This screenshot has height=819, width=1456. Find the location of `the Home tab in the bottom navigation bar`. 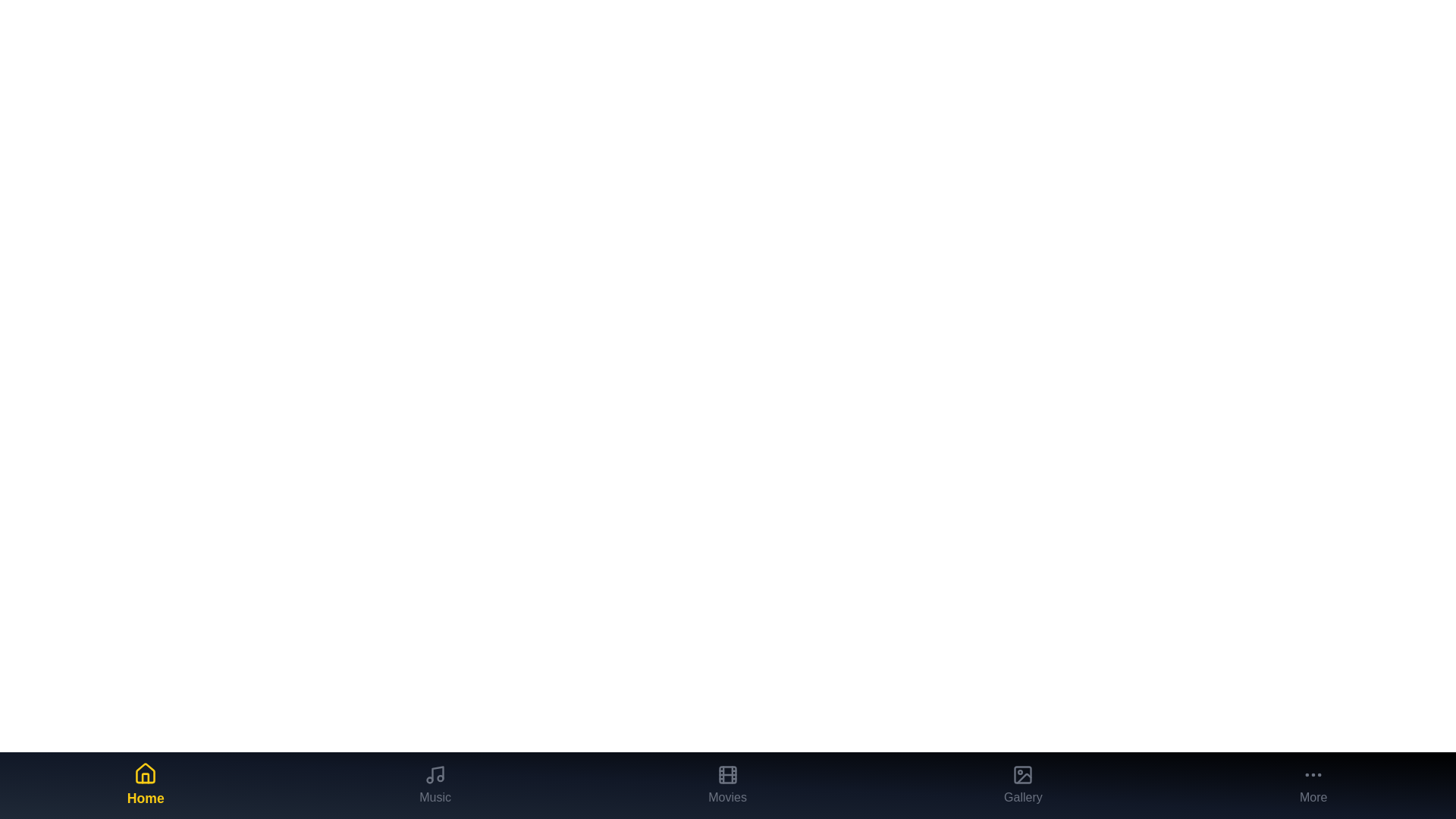

the Home tab in the bottom navigation bar is located at coordinates (145, 785).